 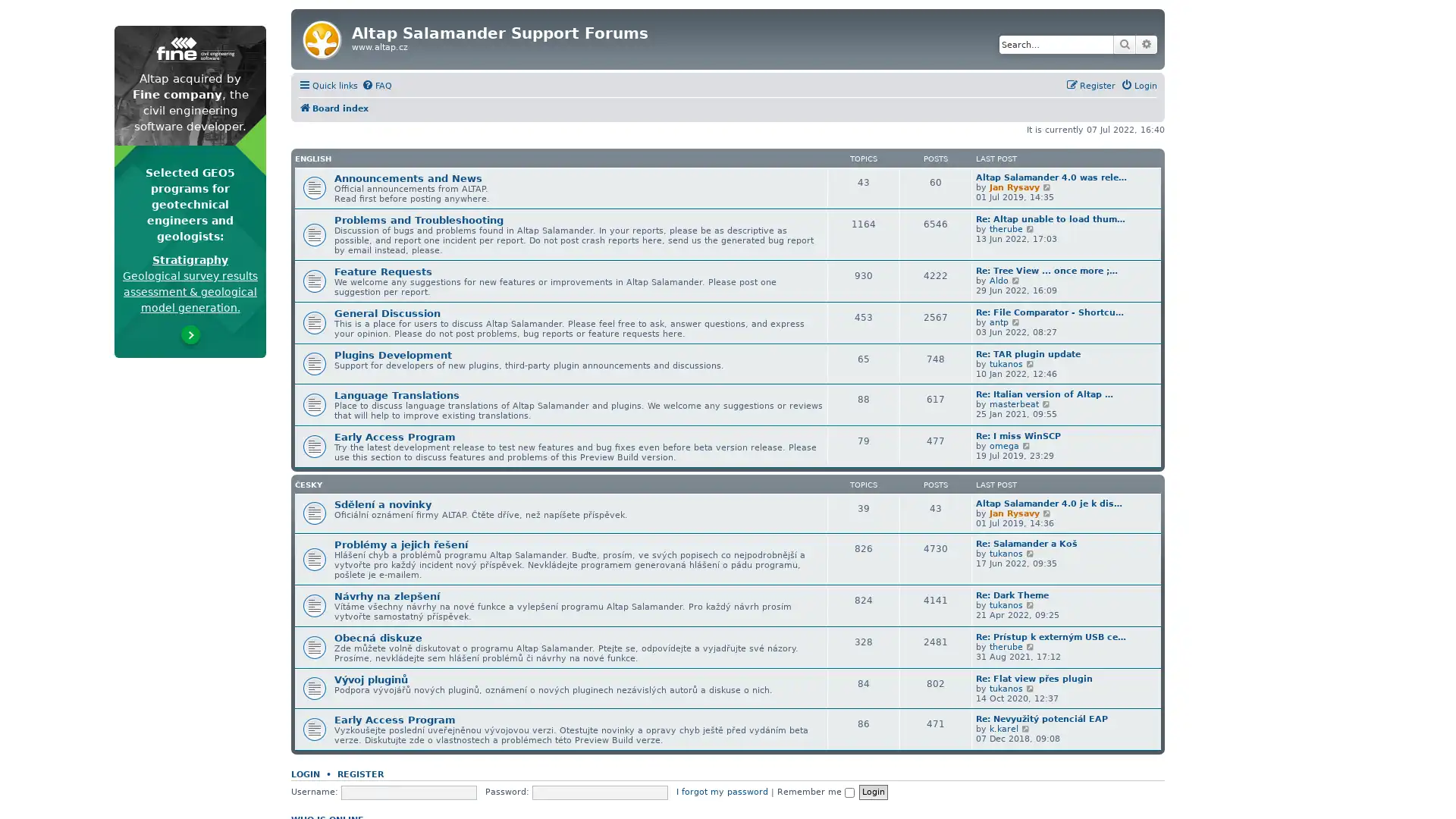 What do you see at coordinates (1125, 43) in the screenshot?
I see `Search` at bounding box center [1125, 43].